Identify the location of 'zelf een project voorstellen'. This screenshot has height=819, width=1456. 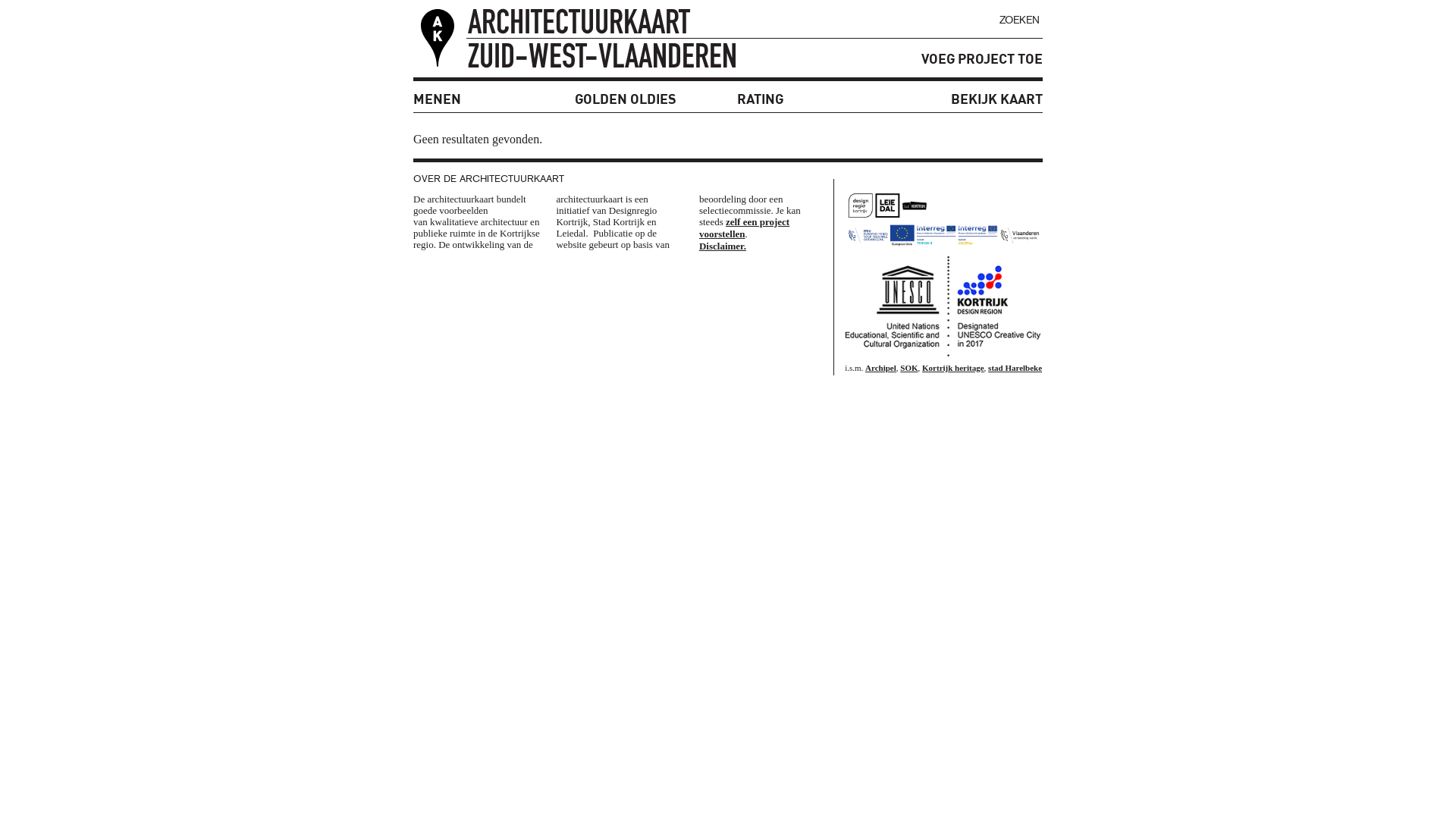
(744, 227).